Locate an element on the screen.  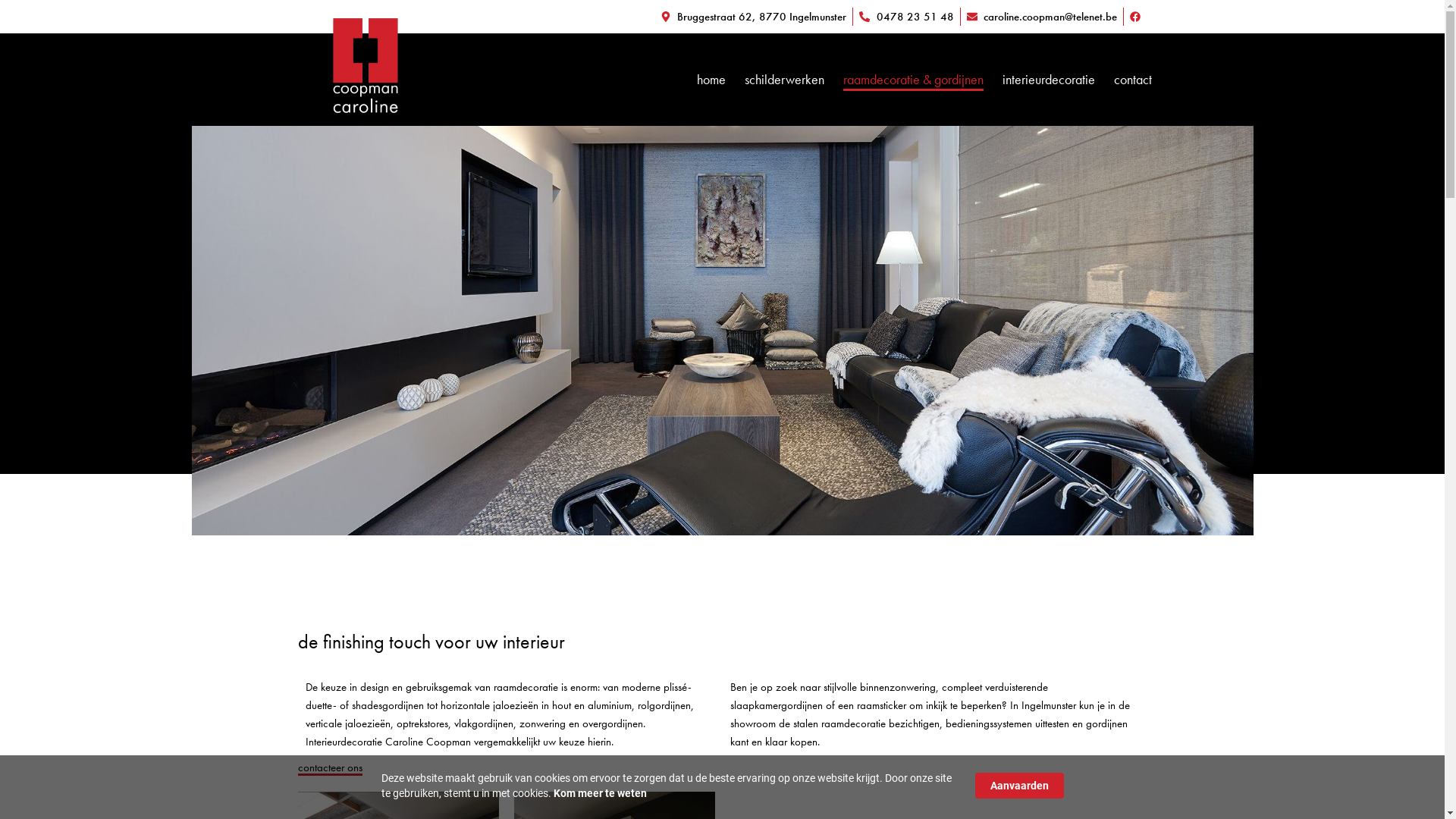
'schilderwerken' is located at coordinates (784, 79).